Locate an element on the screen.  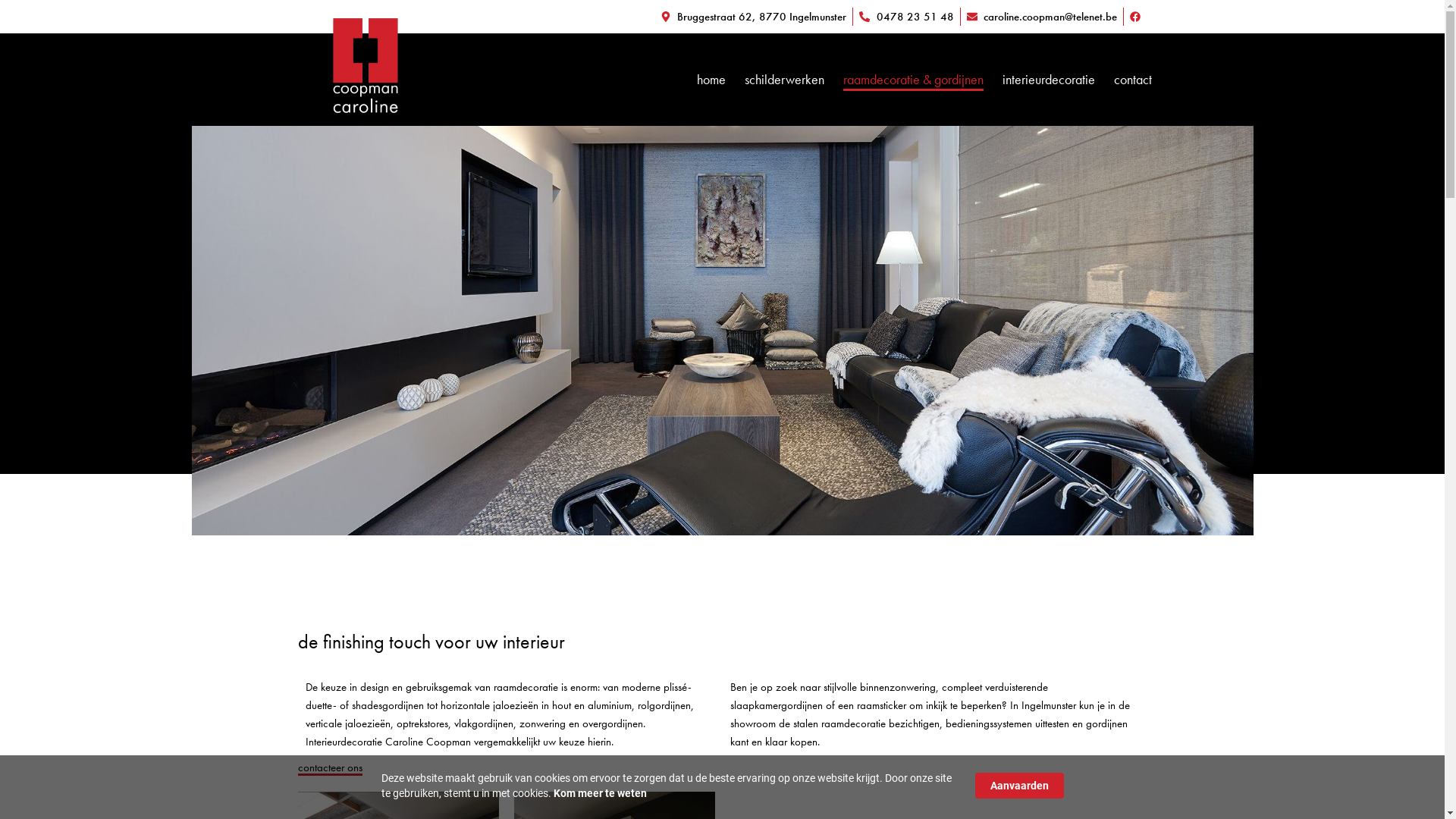
'schilderwerken' is located at coordinates (784, 79).